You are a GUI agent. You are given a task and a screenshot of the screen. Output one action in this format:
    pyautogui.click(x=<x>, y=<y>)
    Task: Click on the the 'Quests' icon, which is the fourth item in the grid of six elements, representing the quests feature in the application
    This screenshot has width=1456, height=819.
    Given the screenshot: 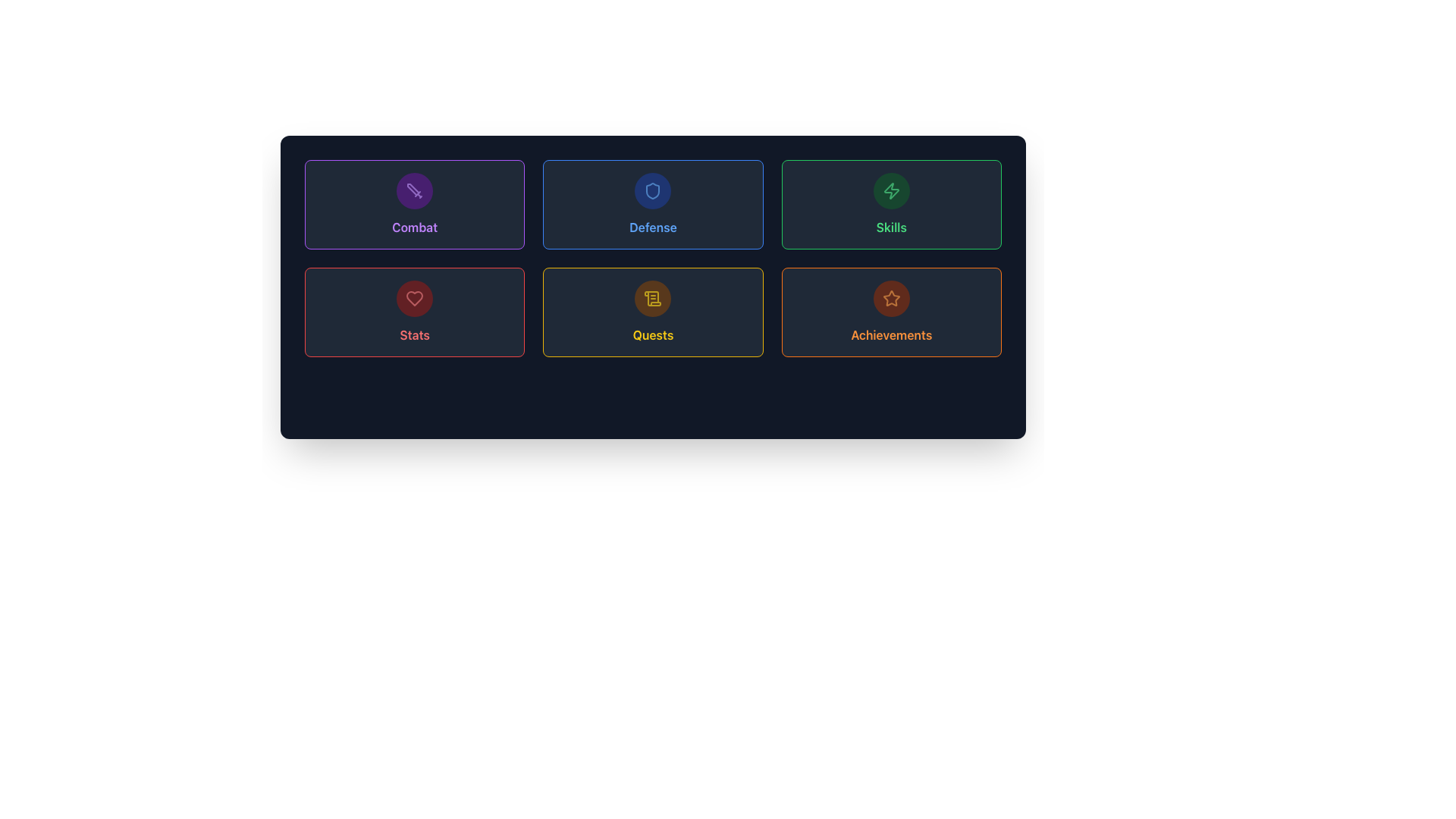 What is the action you would take?
    pyautogui.click(x=653, y=298)
    